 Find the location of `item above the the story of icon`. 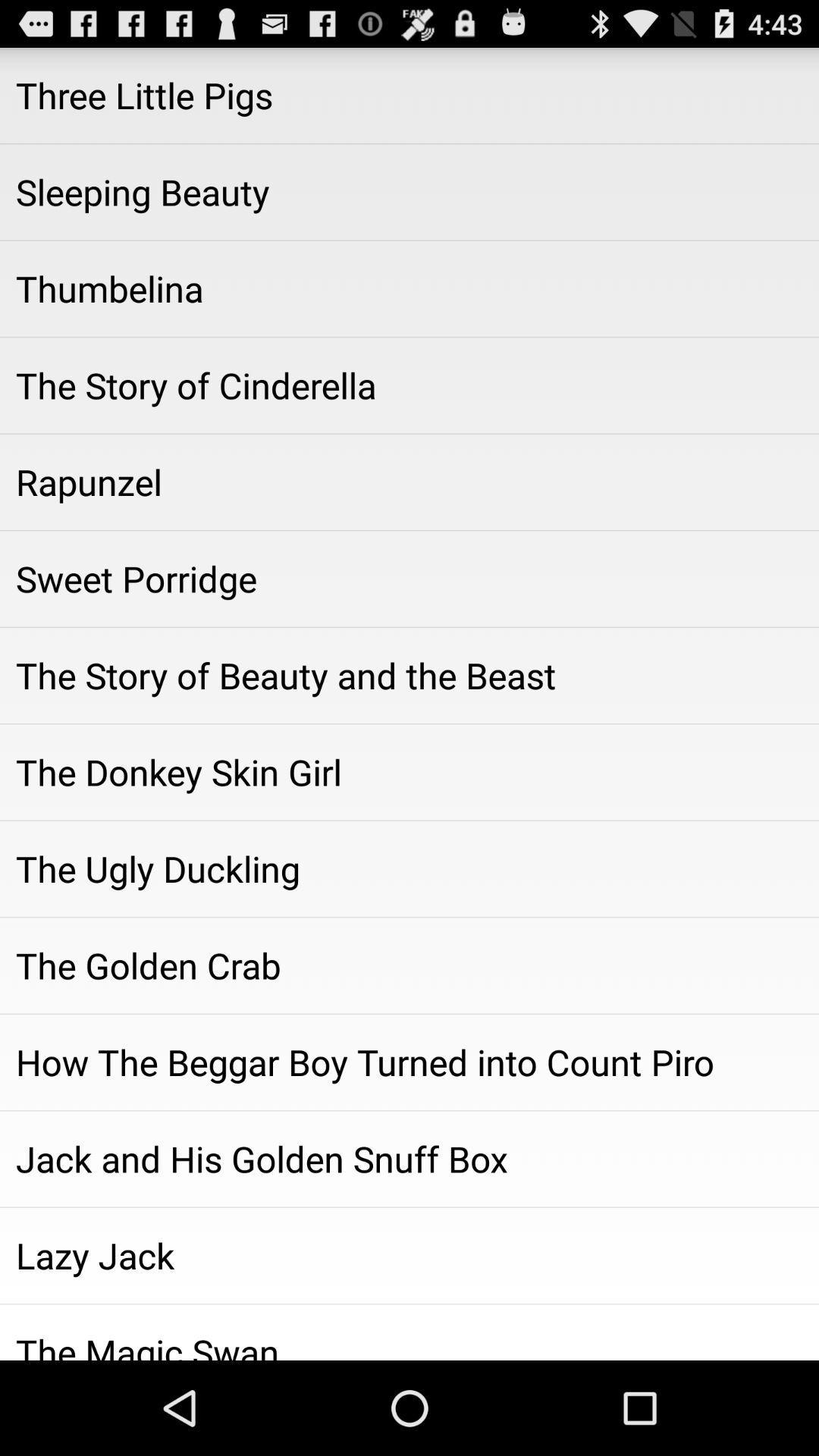

item above the the story of icon is located at coordinates (409, 288).